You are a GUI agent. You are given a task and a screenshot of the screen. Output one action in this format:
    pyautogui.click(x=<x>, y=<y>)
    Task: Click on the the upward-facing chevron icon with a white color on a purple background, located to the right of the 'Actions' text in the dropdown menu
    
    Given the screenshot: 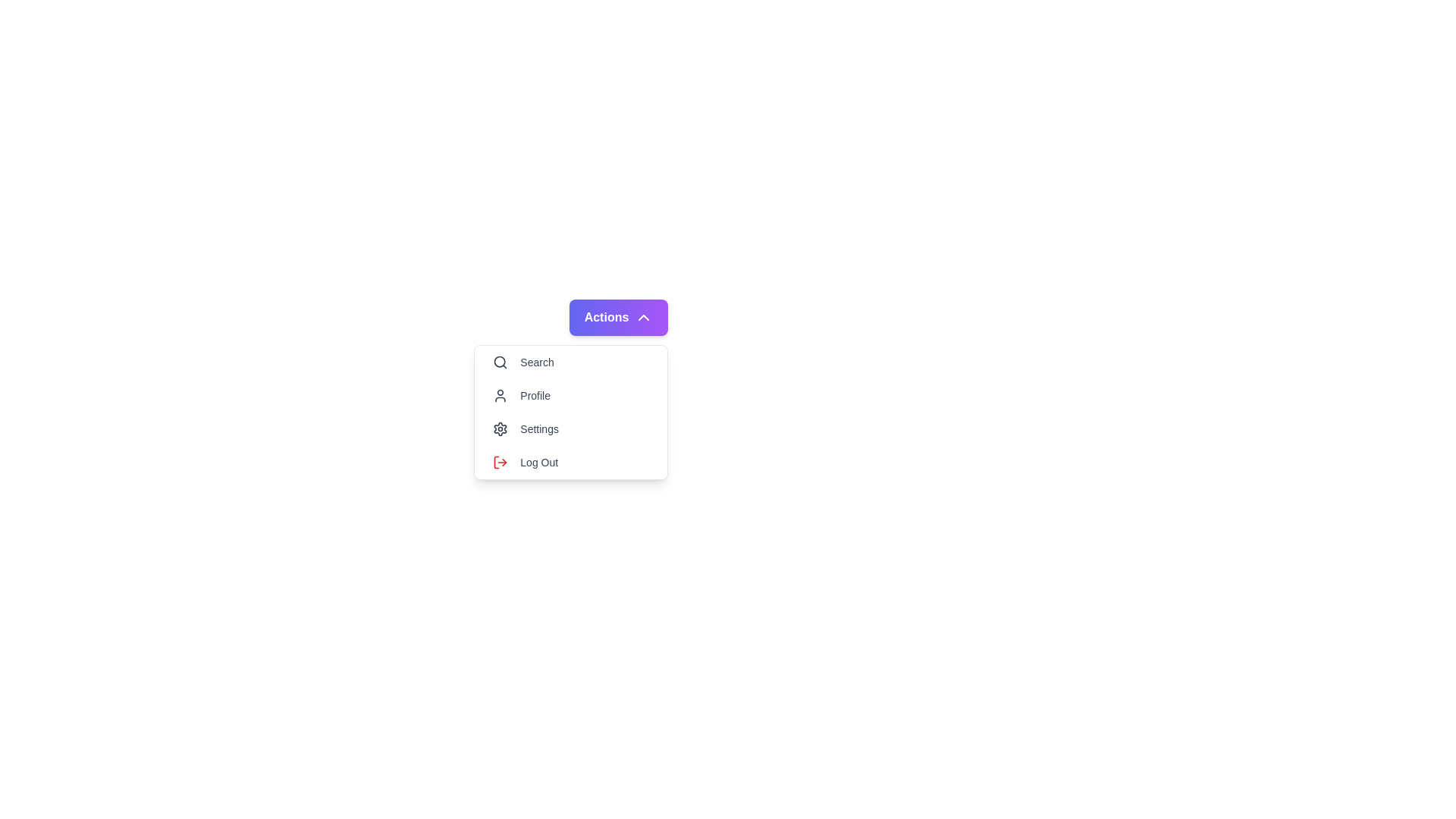 What is the action you would take?
    pyautogui.click(x=644, y=317)
    